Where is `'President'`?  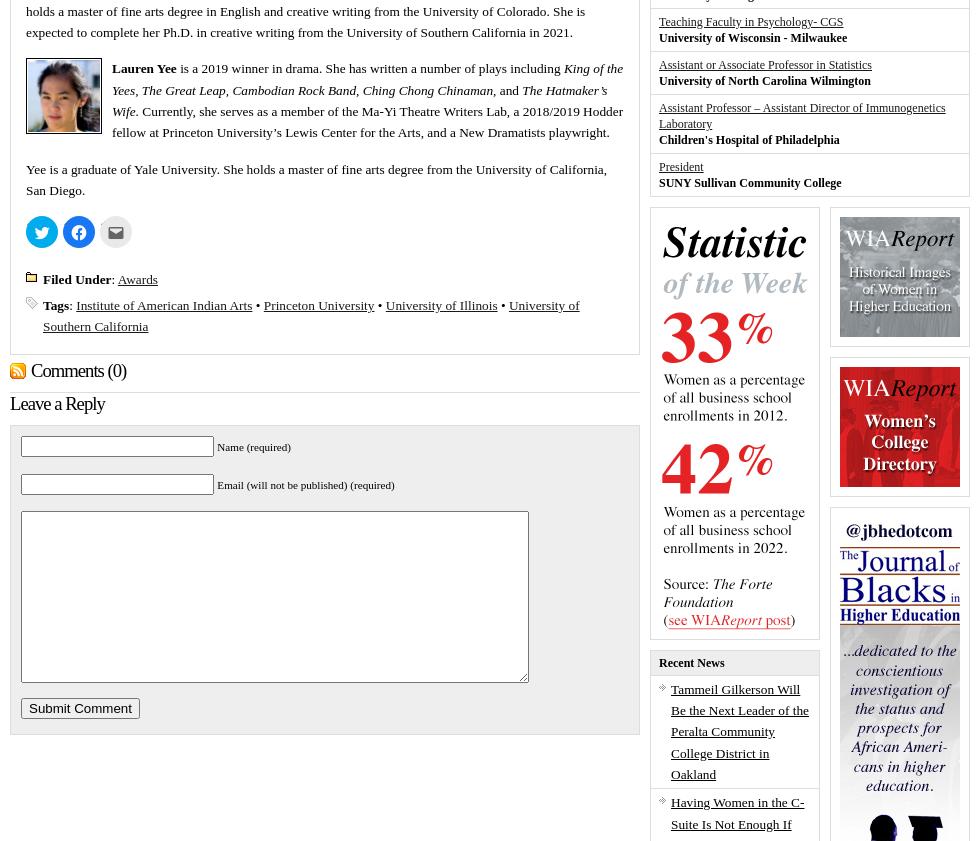 'President' is located at coordinates (658, 165).